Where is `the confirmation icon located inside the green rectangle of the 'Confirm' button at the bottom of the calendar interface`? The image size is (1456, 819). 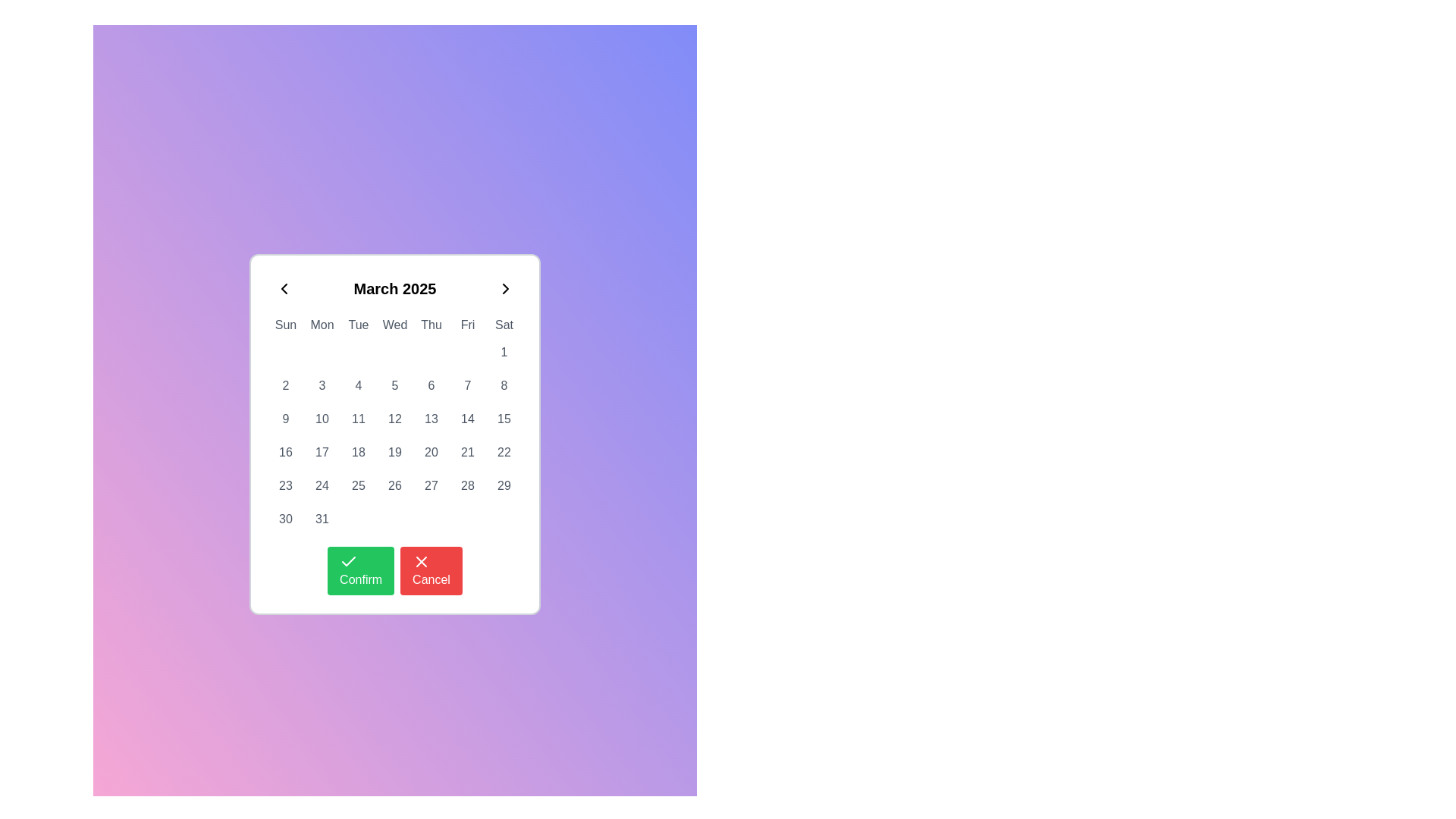
the confirmation icon located inside the green rectangle of the 'Confirm' button at the bottom of the calendar interface is located at coordinates (348, 561).